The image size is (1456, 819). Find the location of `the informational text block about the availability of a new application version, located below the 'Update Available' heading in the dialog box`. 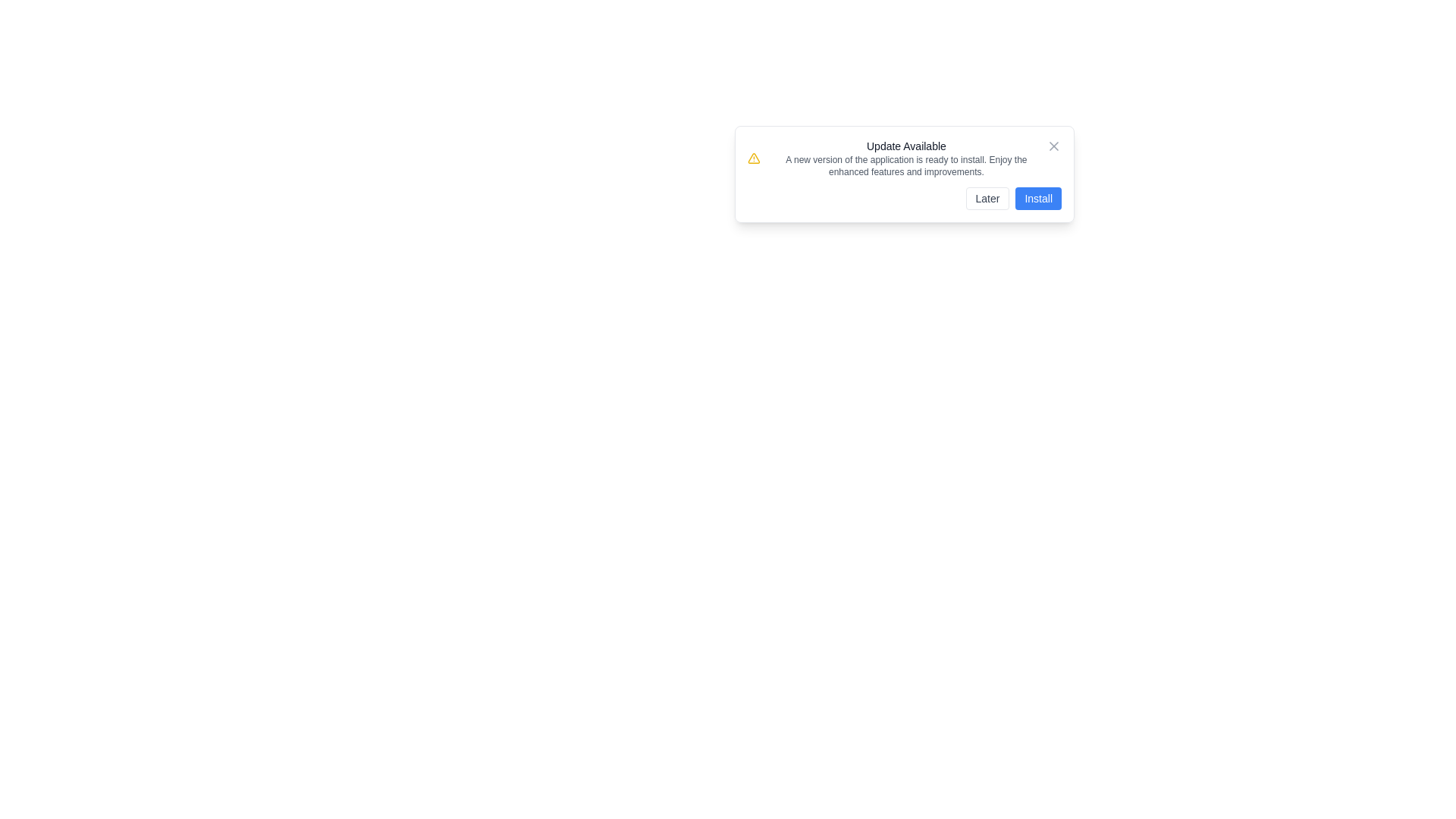

the informational text block about the availability of a new application version, located below the 'Update Available' heading in the dialog box is located at coordinates (906, 166).